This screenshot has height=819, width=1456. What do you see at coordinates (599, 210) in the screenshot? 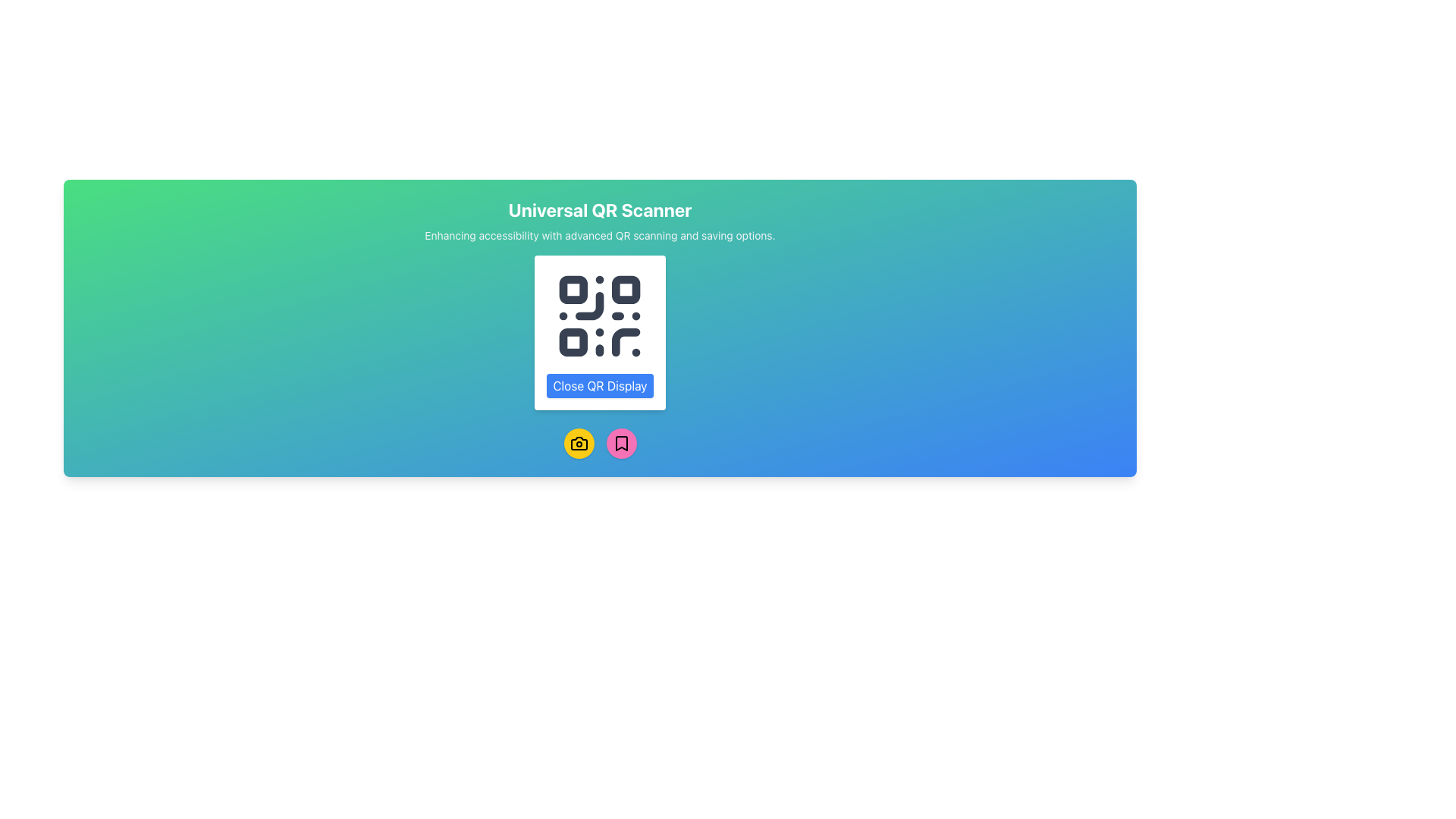
I see `the text component displaying 'Universal QR Scanner' in a bold, white font, centrally positioned against a gradient background` at bounding box center [599, 210].